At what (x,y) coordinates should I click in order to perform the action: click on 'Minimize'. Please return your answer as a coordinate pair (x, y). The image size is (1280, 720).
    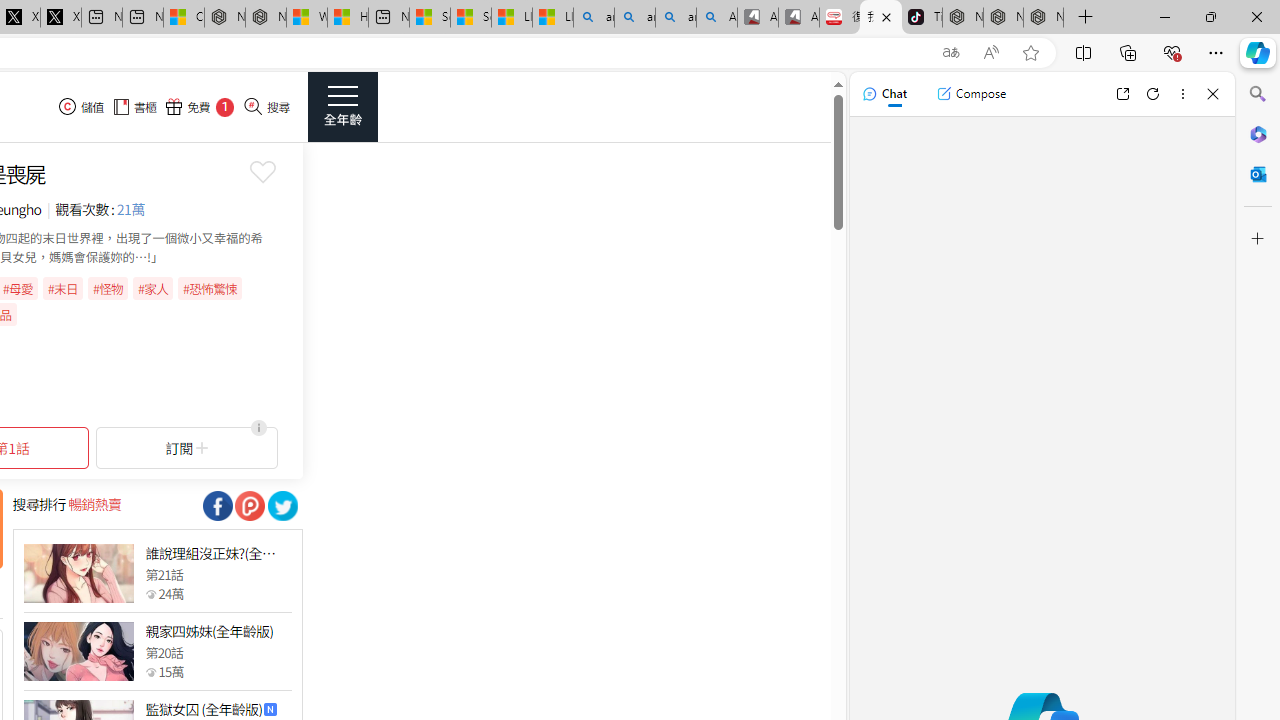
    Looking at the image, I should click on (1164, 16).